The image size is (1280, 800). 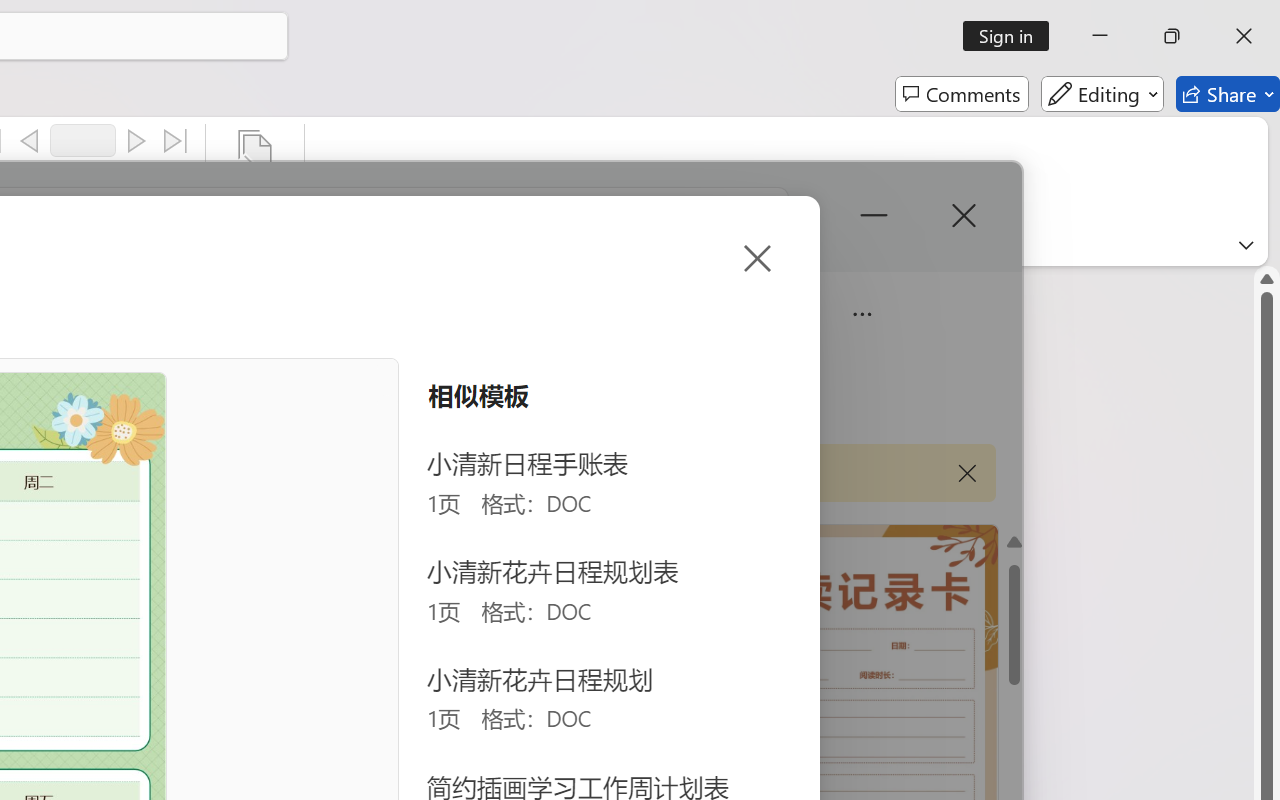 What do you see at coordinates (135, 141) in the screenshot?
I see `'Next'` at bounding box center [135, 141].